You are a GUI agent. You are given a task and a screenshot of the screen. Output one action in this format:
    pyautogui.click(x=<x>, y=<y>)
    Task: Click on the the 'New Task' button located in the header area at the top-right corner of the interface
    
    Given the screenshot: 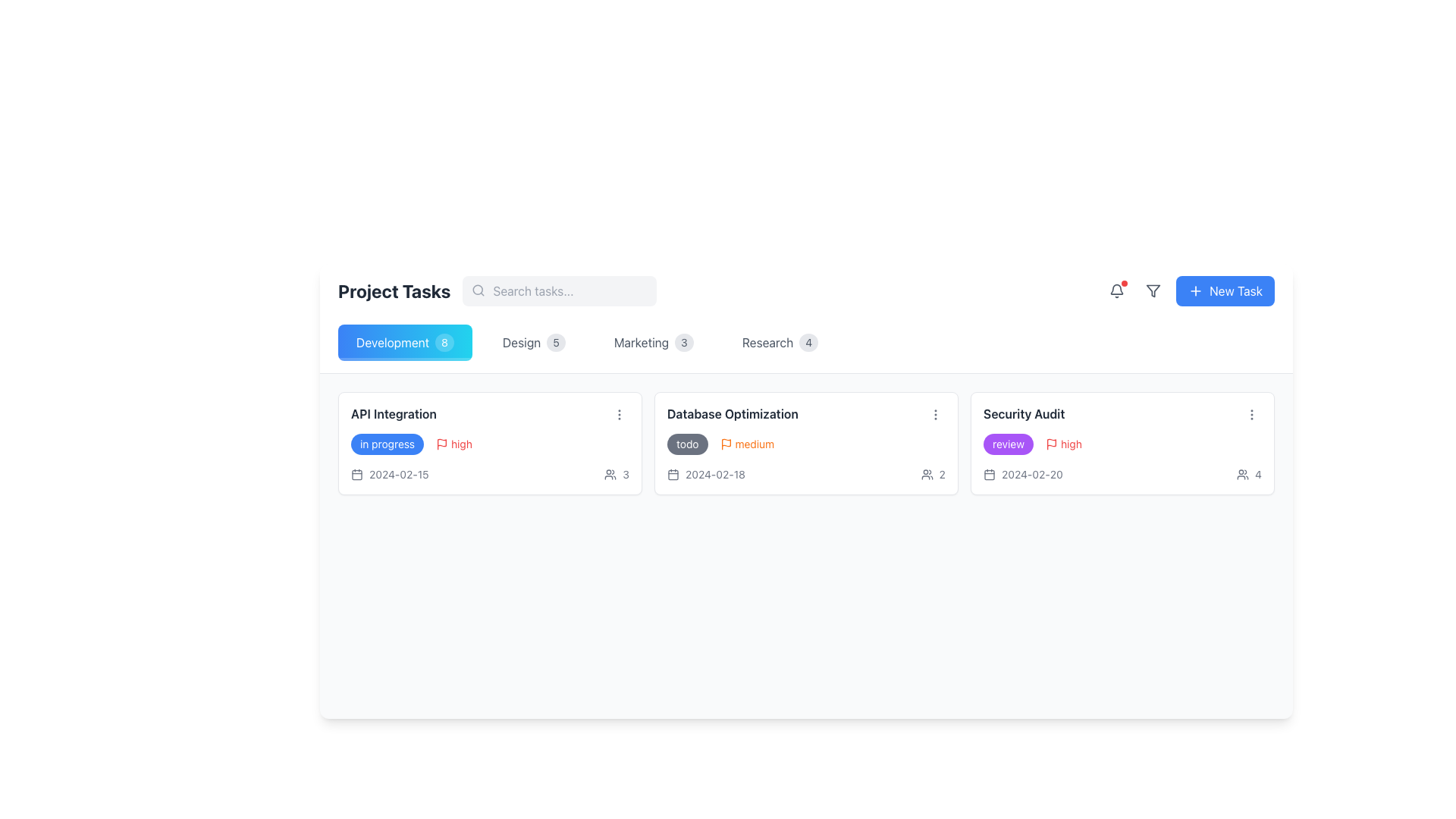 What is the action you would take?
    pyautogui.click(x=1236, y=291)
    